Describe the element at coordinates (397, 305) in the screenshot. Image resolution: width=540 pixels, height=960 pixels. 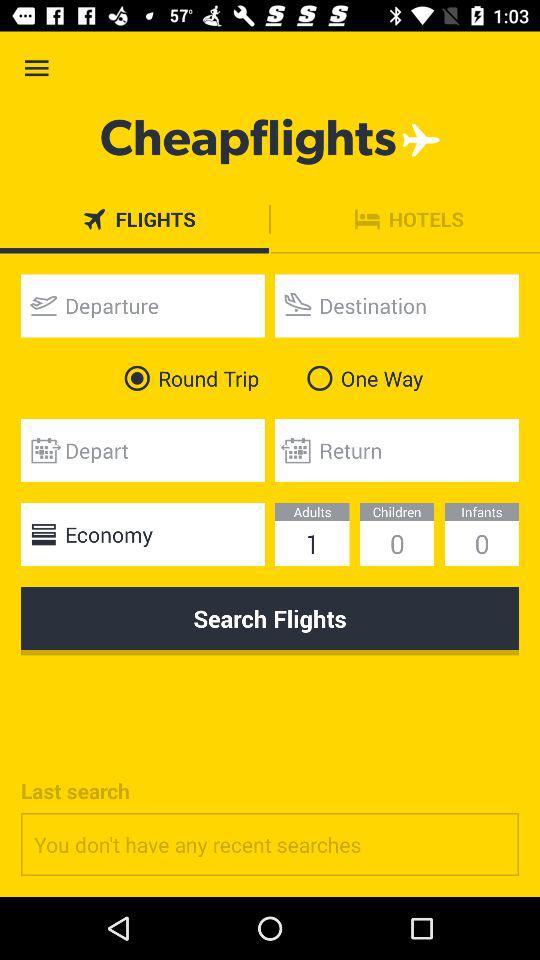
I see `text box to enter destination airport` at that location.